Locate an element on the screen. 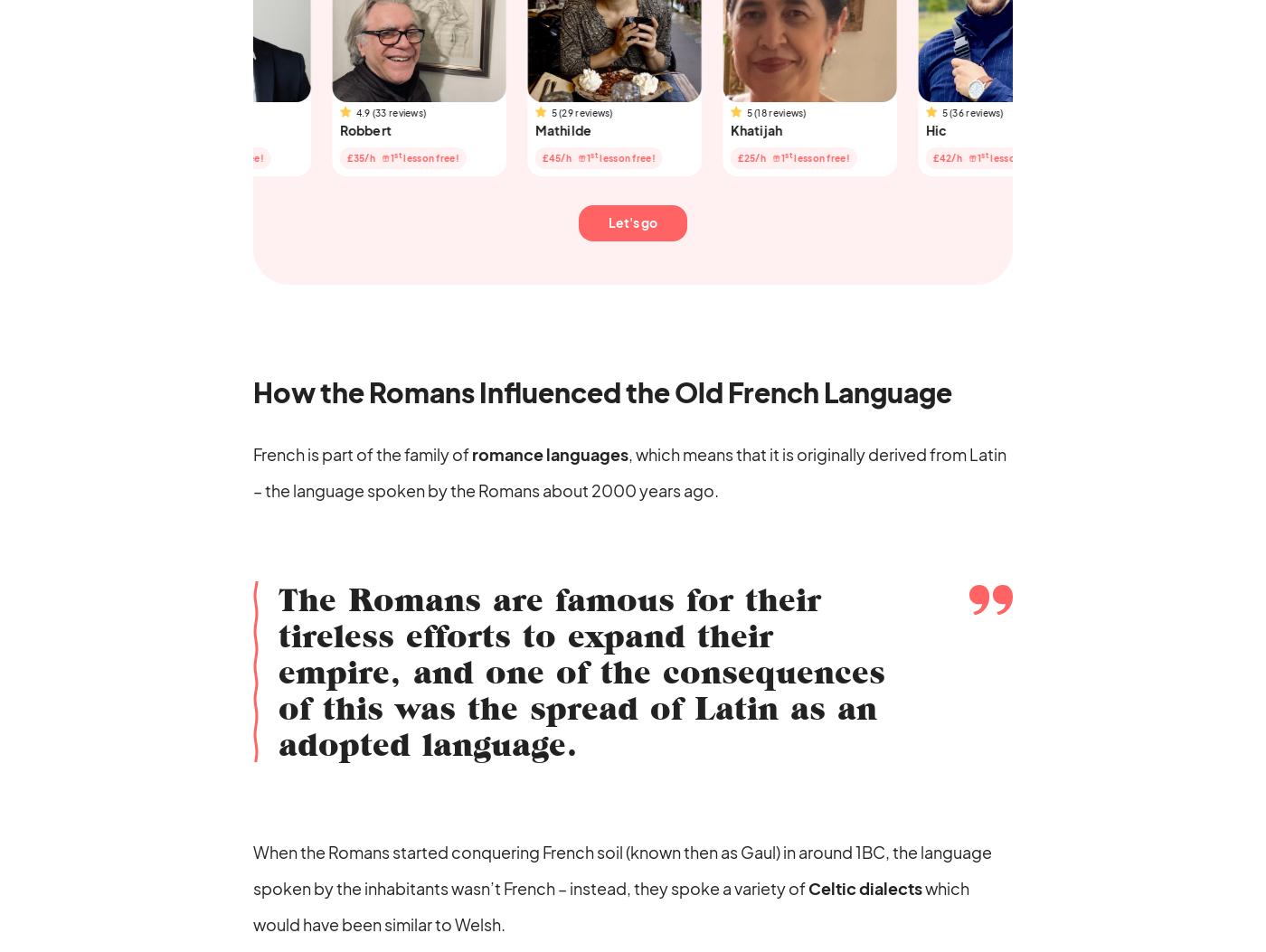 The image size is (1266, 952). 'Khatijah' is located at coordinates (655, 128).